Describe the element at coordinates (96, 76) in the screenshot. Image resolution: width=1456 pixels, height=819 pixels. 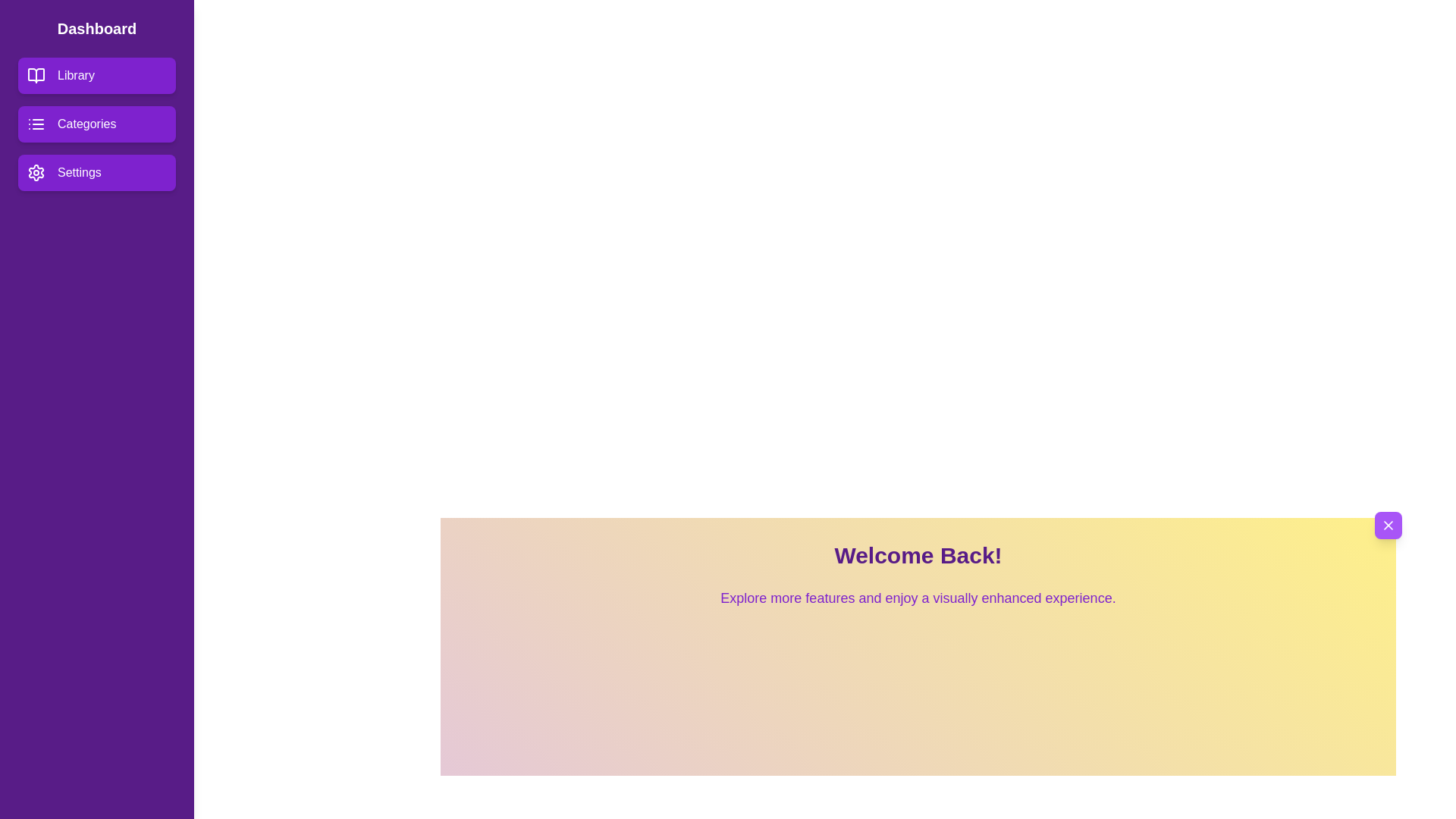
I see `the menu item Library from the list` at that location.